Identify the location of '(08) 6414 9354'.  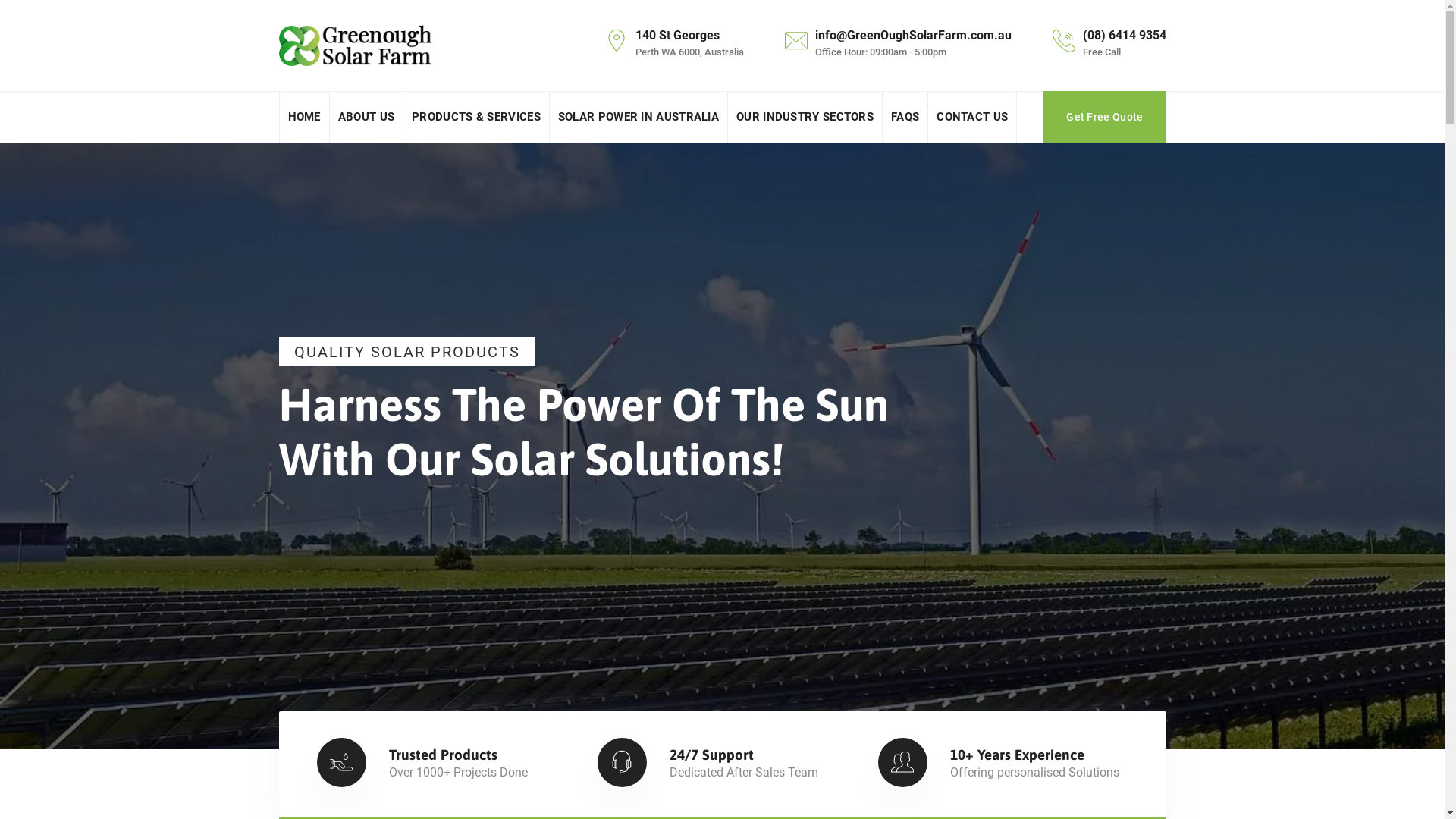
(1125, 34).